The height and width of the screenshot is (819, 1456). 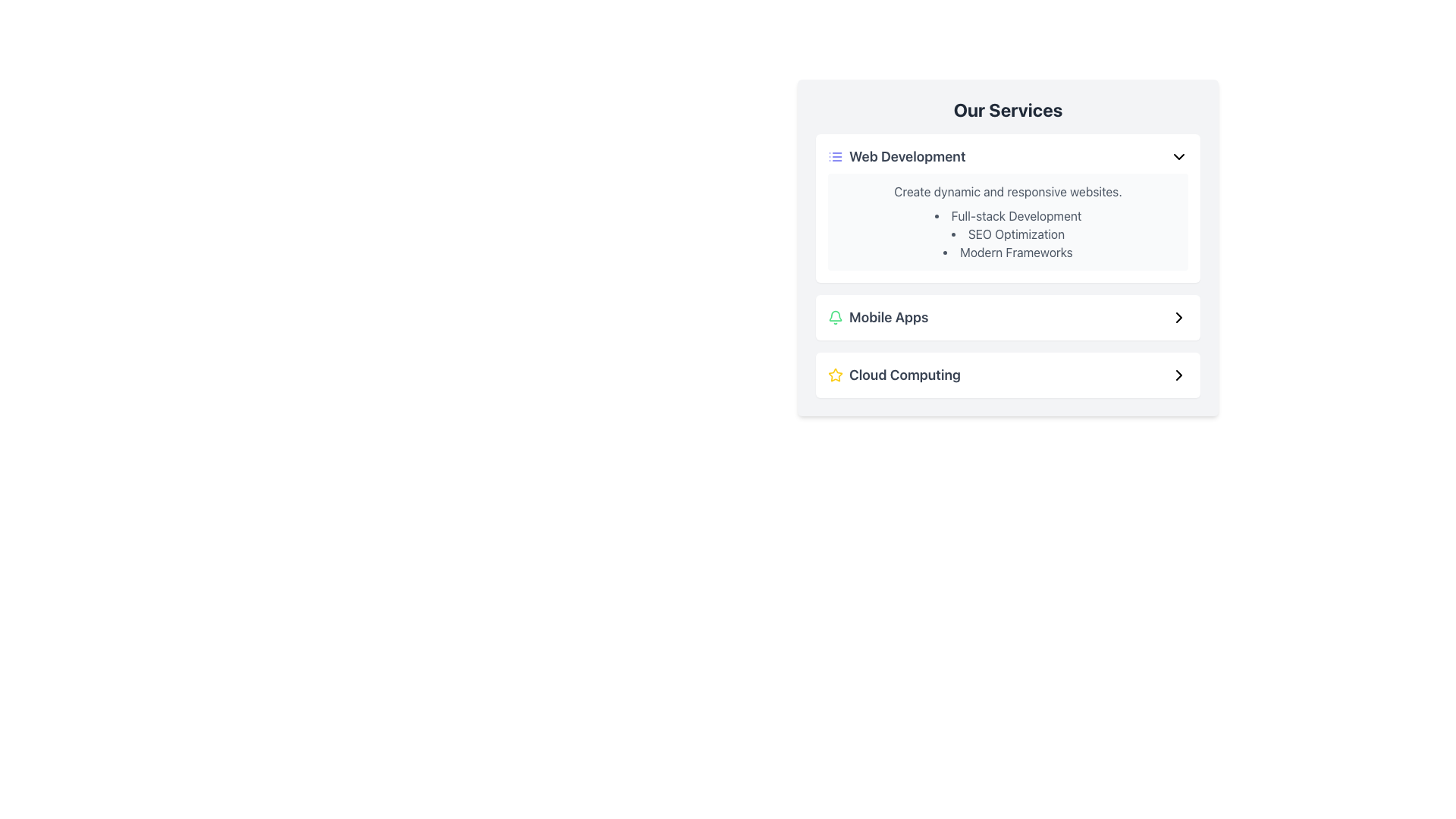 What do you see at coordinates (1178, 317) in the screenshot?
I see `the arrow icon pointing to the right, located to the far right of the 'Mobile Apps' text in the 'Our Services' section` at bounding box center [1178, 317].